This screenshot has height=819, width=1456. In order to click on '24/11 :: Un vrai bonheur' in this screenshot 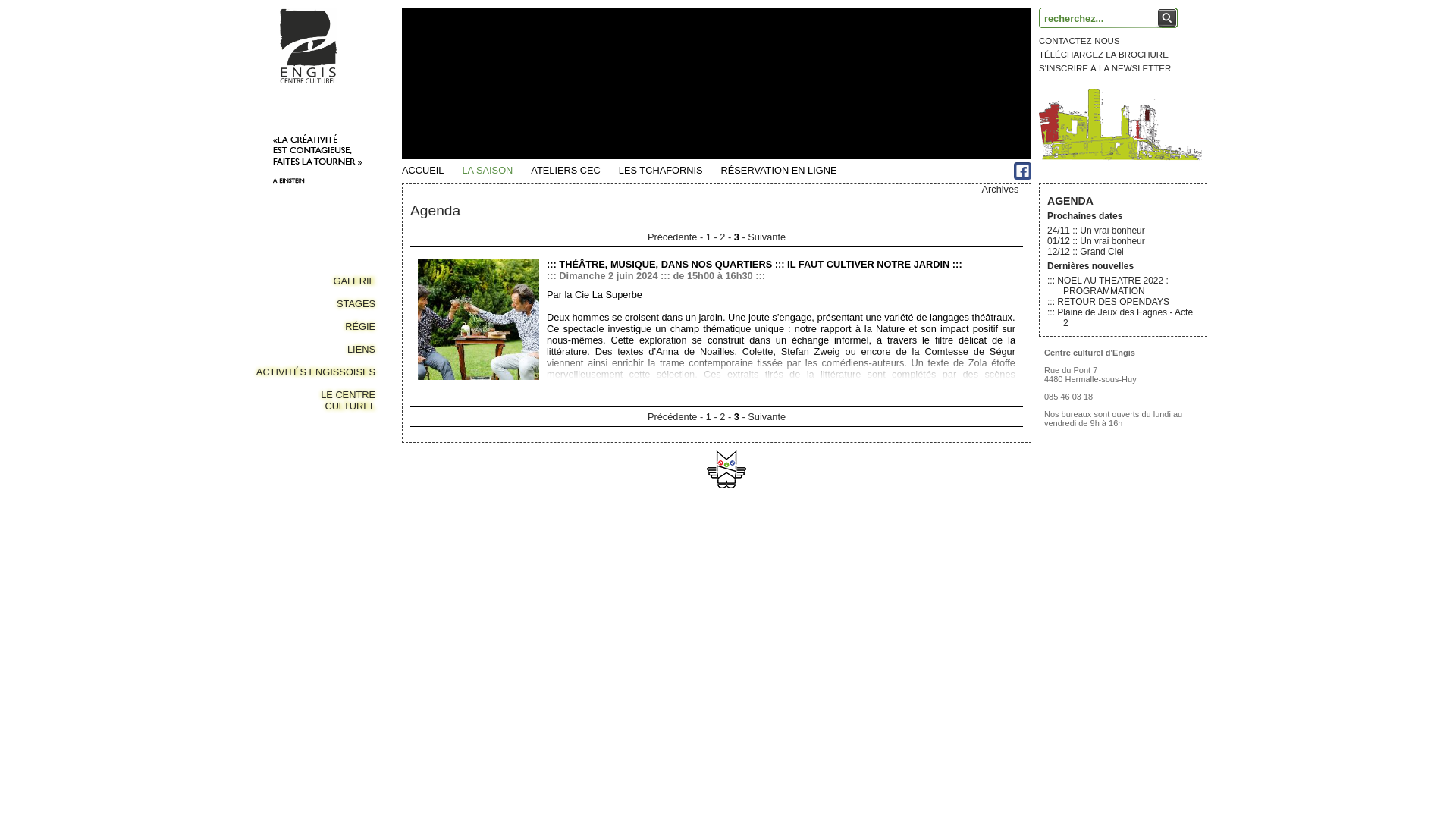, I will do `click(1096, 231)`.